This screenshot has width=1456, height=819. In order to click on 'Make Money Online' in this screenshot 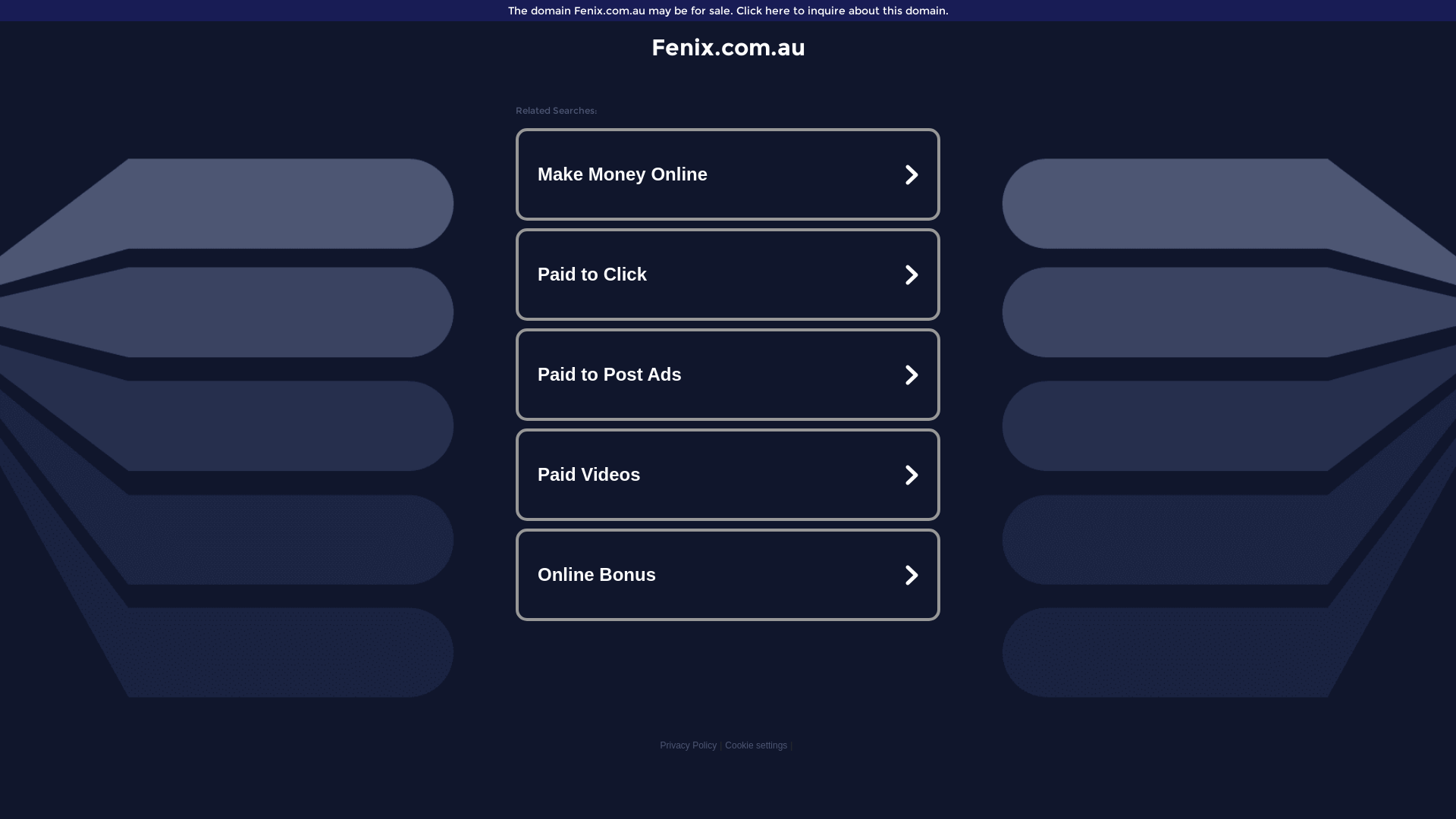, I will do `click(728, 174)`.